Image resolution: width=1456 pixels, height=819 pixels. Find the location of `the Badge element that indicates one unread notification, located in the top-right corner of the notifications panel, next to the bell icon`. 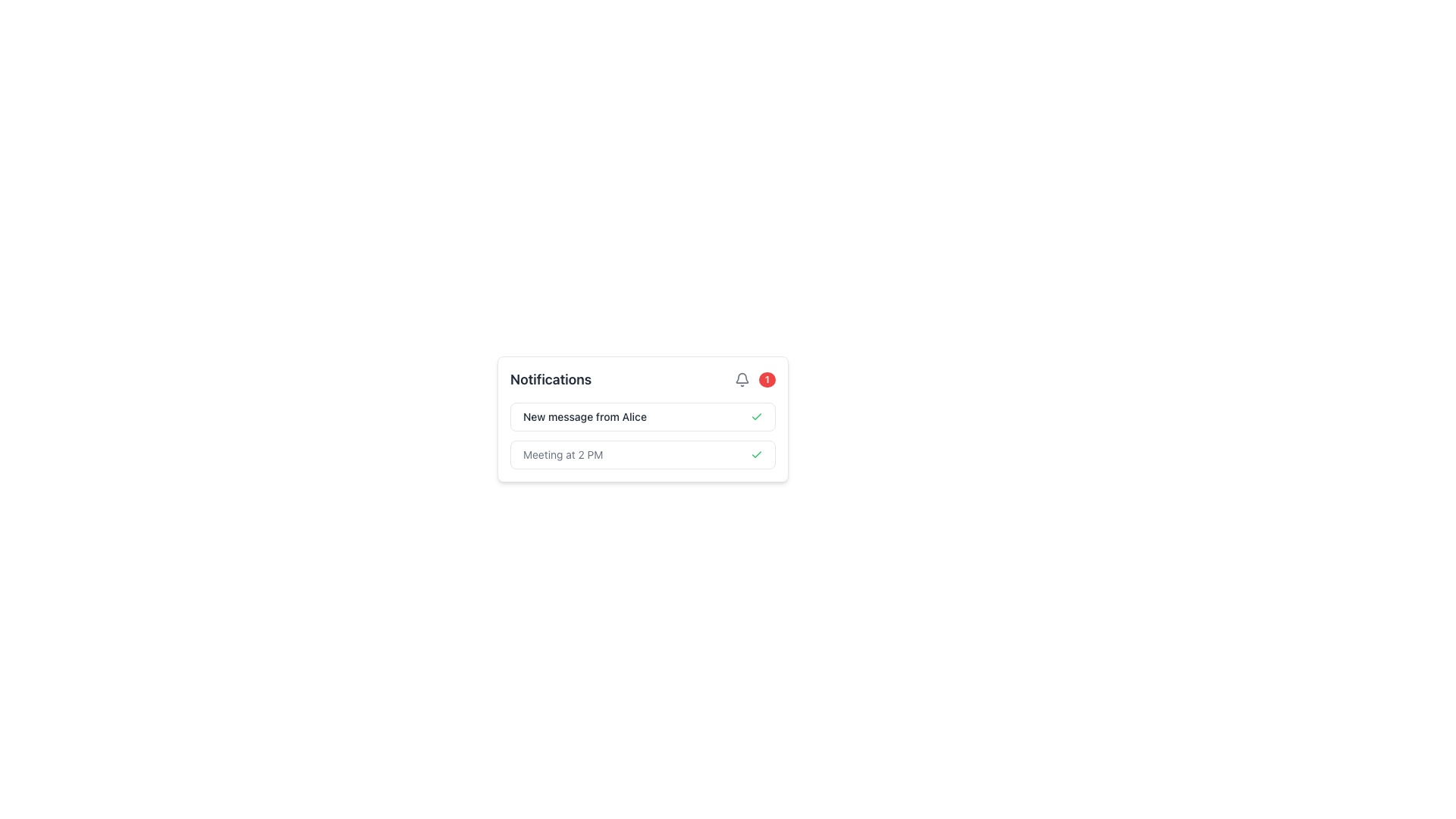

the Badge element that indicates one unread notification, located in the top-right corner of the notifications panel, next to the bell icon is located at coordinates (767, 379).